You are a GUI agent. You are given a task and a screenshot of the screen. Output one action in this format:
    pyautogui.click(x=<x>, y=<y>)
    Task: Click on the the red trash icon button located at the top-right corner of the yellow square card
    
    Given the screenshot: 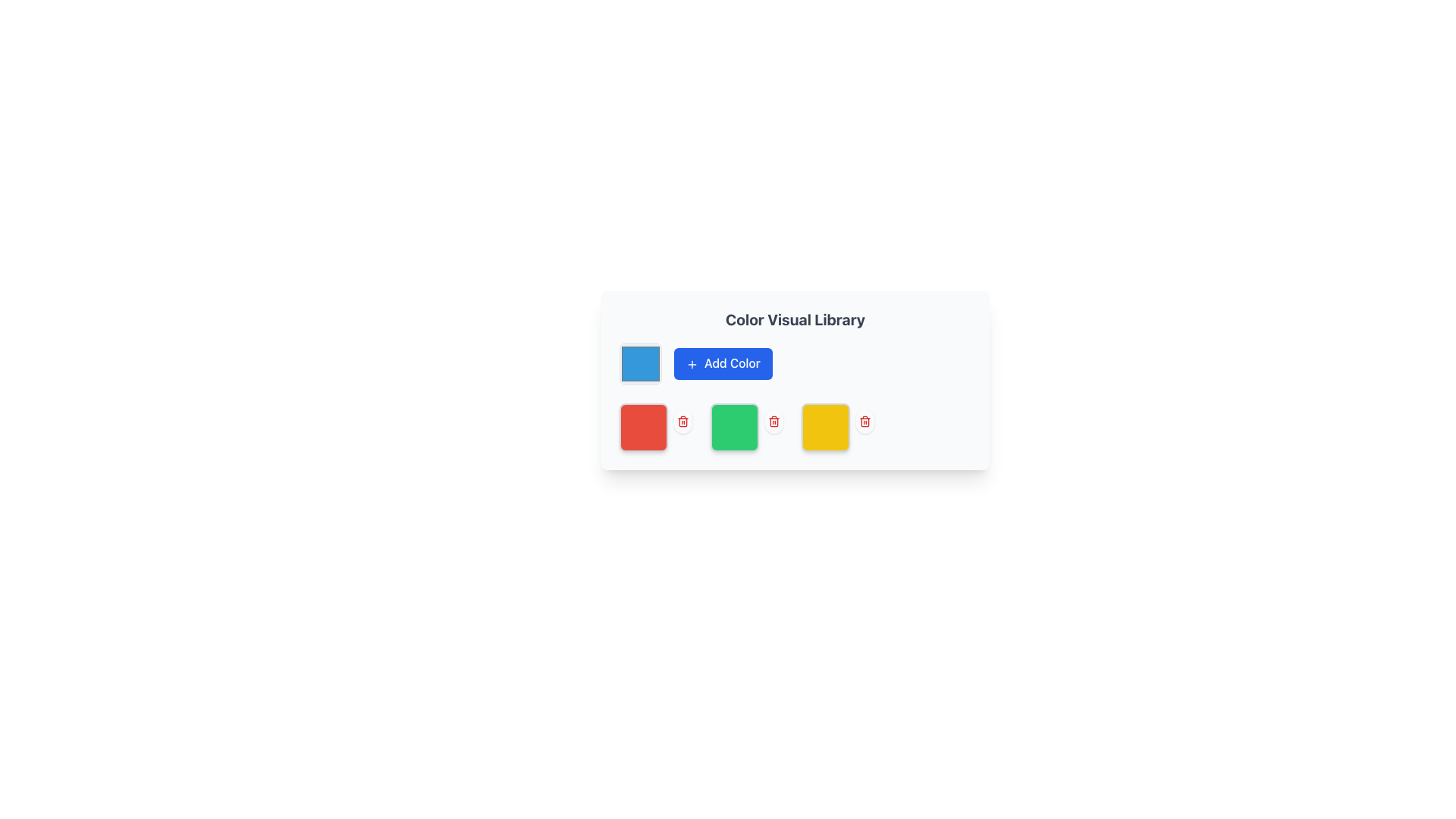 What is the action you would take?
    pyautogui.click(x=865, y=421)
    